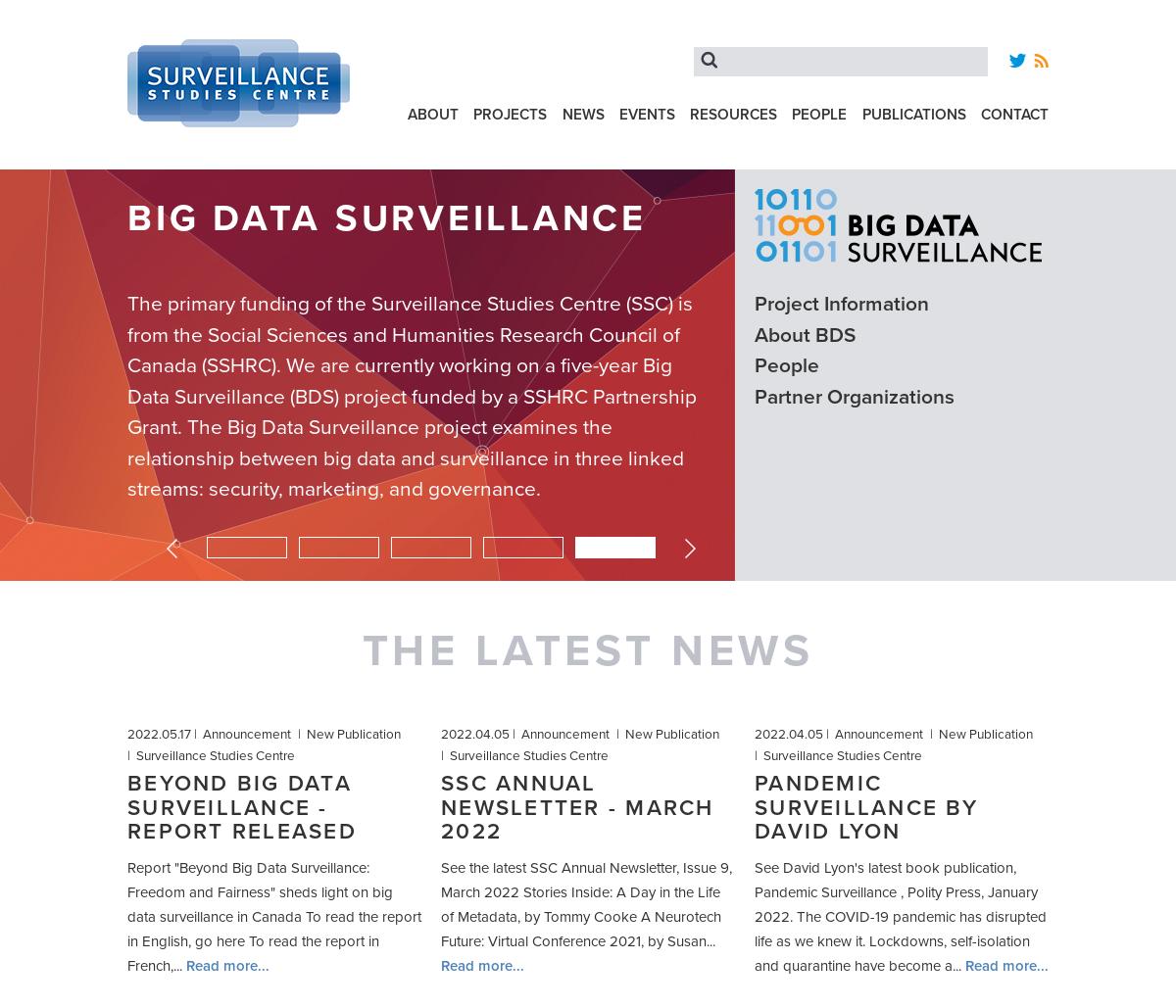 Image resolution: width=1176 pixels, height=1008 pixels. What do you see at coordinates (175, 544) in the screenshot?
I see `'Previous'` at bounding box center [175, 544].